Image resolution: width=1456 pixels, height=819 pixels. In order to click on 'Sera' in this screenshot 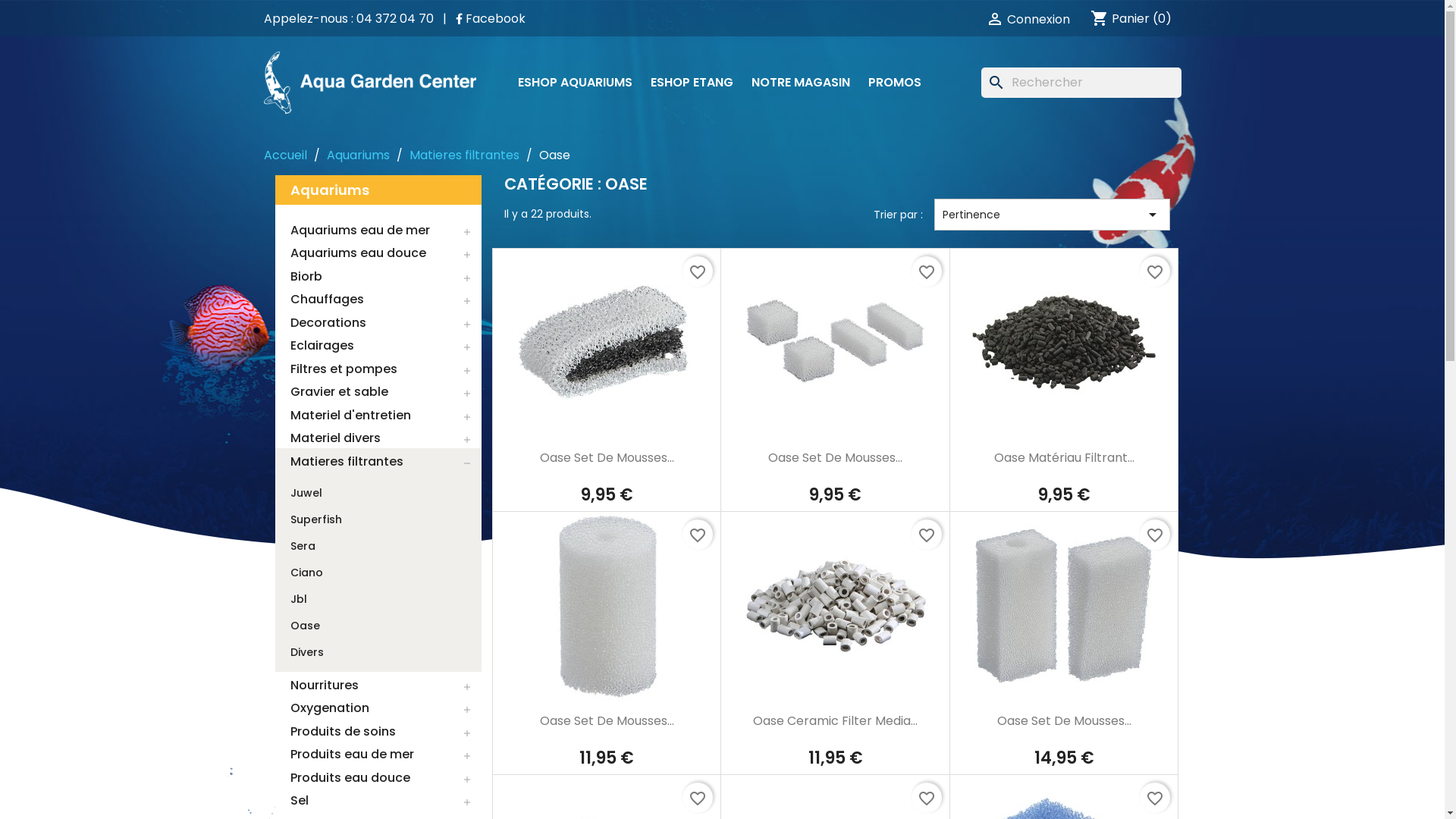, I will do `click(302, 546)`.